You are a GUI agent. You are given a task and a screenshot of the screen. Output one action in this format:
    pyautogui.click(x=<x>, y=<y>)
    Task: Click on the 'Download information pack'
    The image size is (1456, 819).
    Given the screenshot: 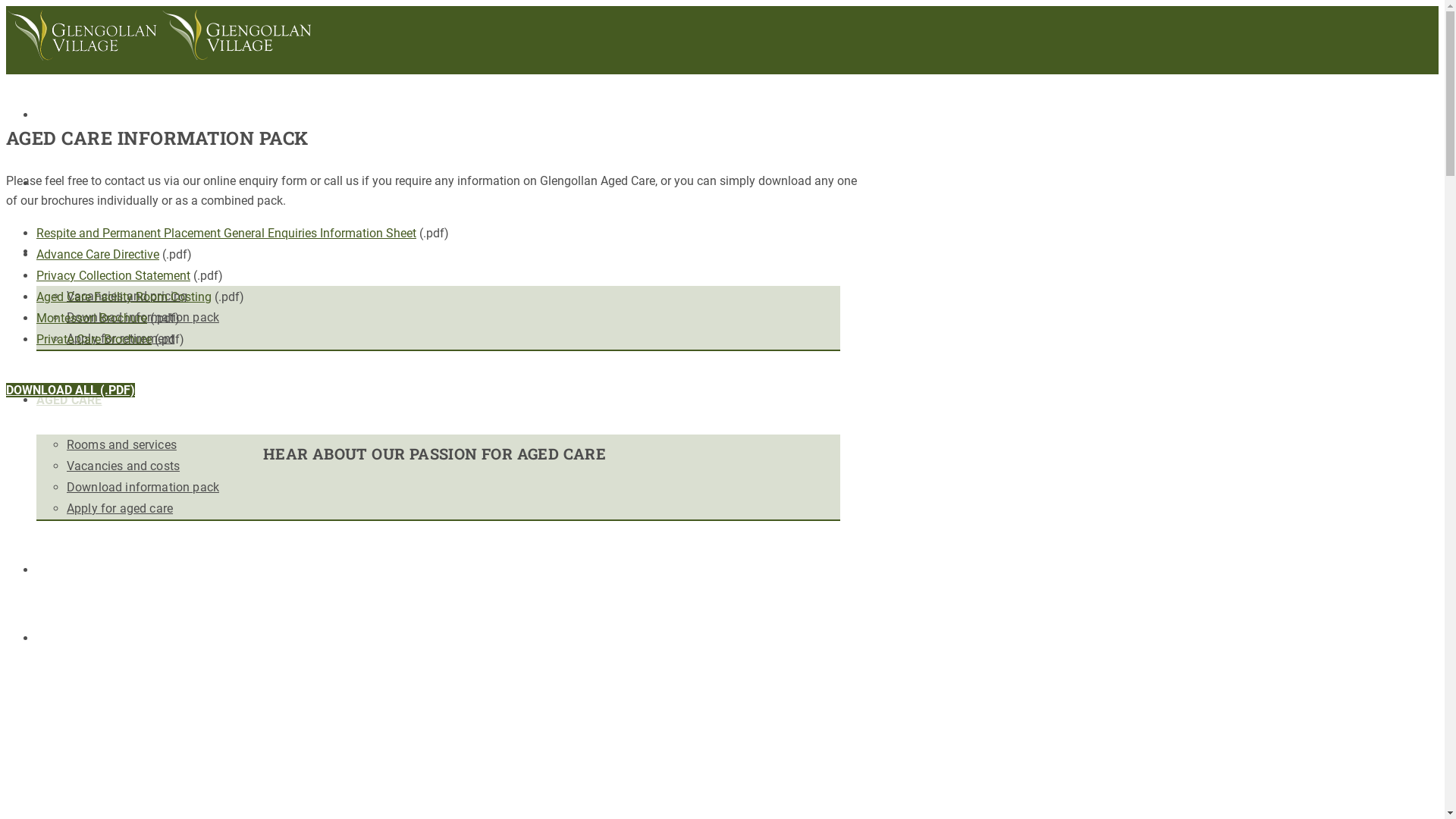 What is the action you would take?
    pyautogui.click(x=65, y=487)
    